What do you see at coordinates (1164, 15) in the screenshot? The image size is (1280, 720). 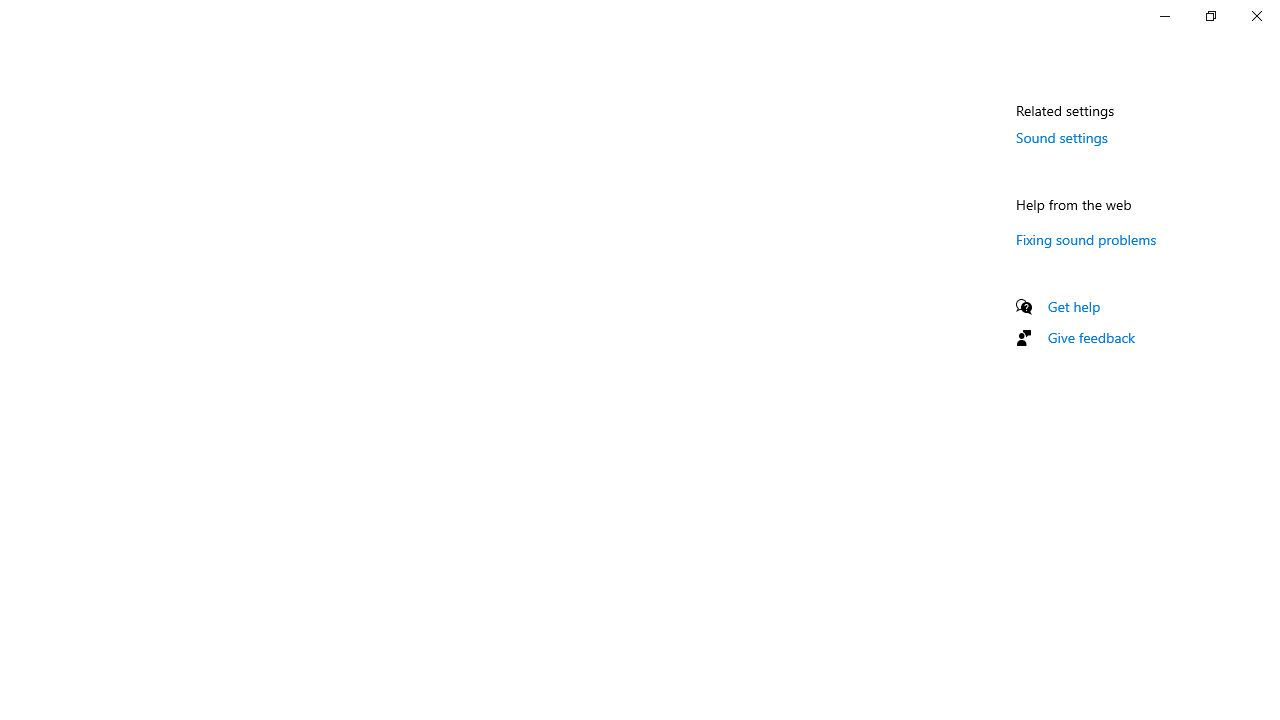 I see `'Minimize Settings'` at bounding box center [1164, 15].